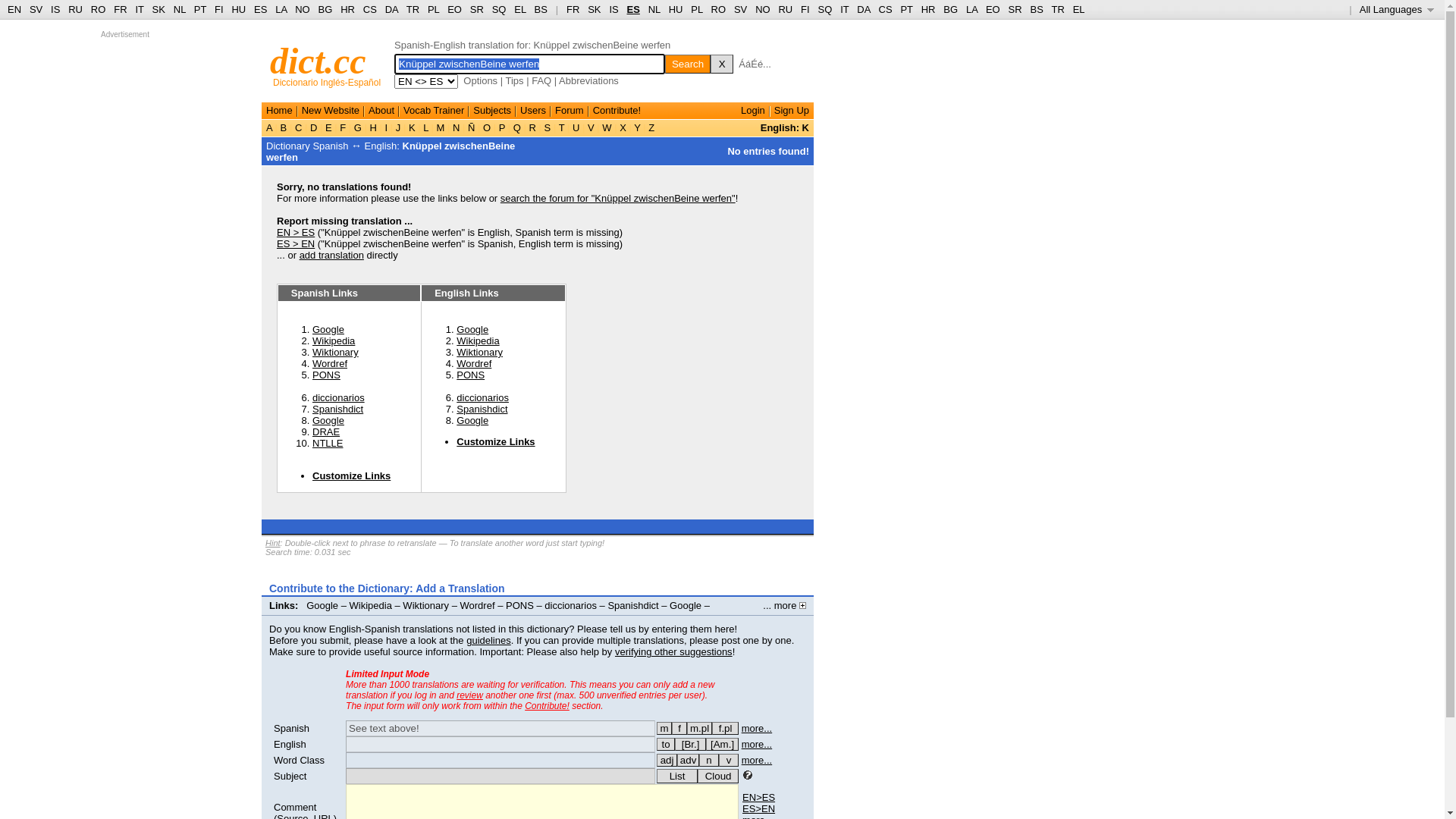 The image size is (1456, 819). I want to click on 'femenino', so click(679, 727).